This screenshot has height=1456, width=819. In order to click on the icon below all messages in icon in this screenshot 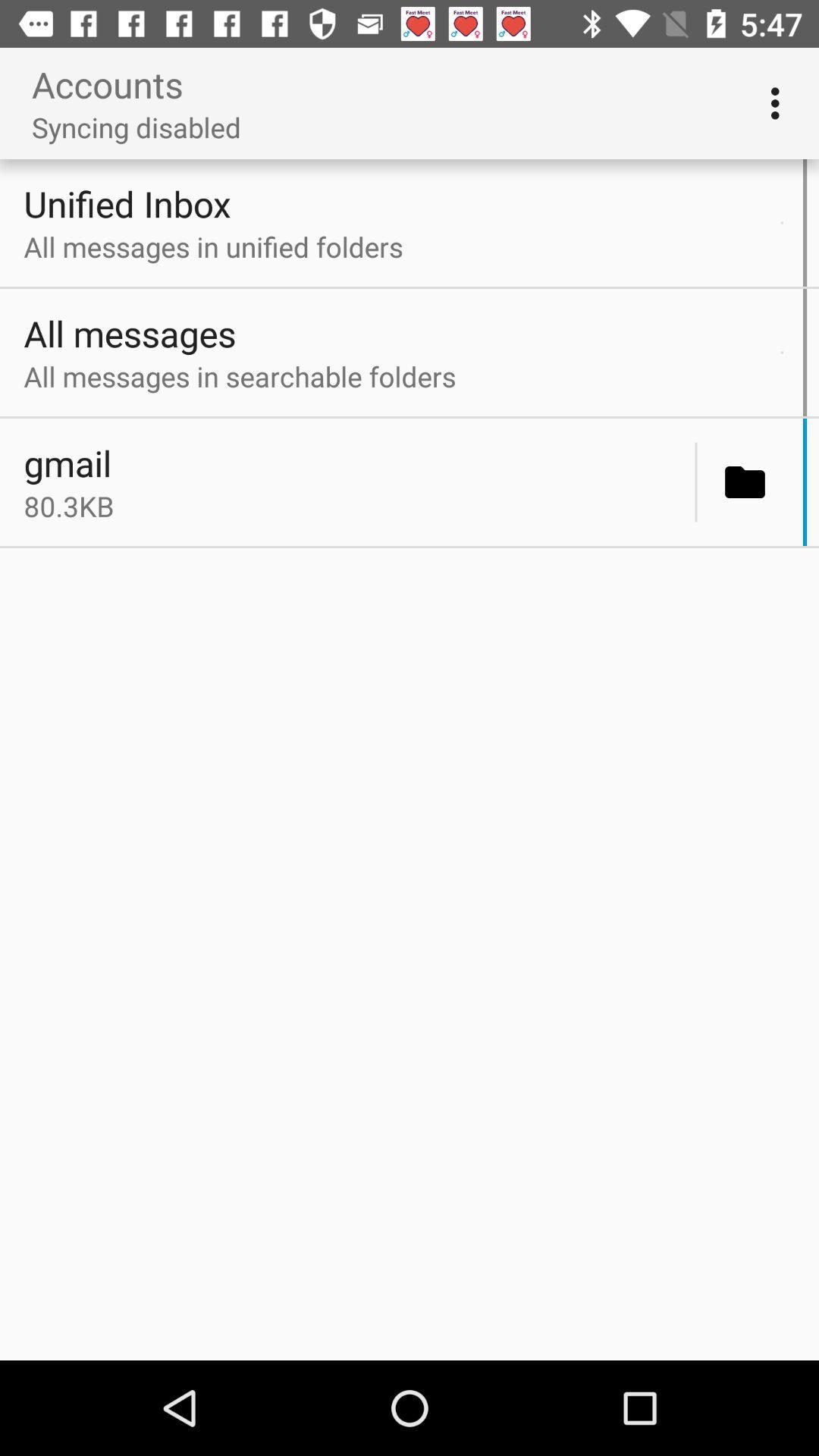, I will do `click(696, 482)`.